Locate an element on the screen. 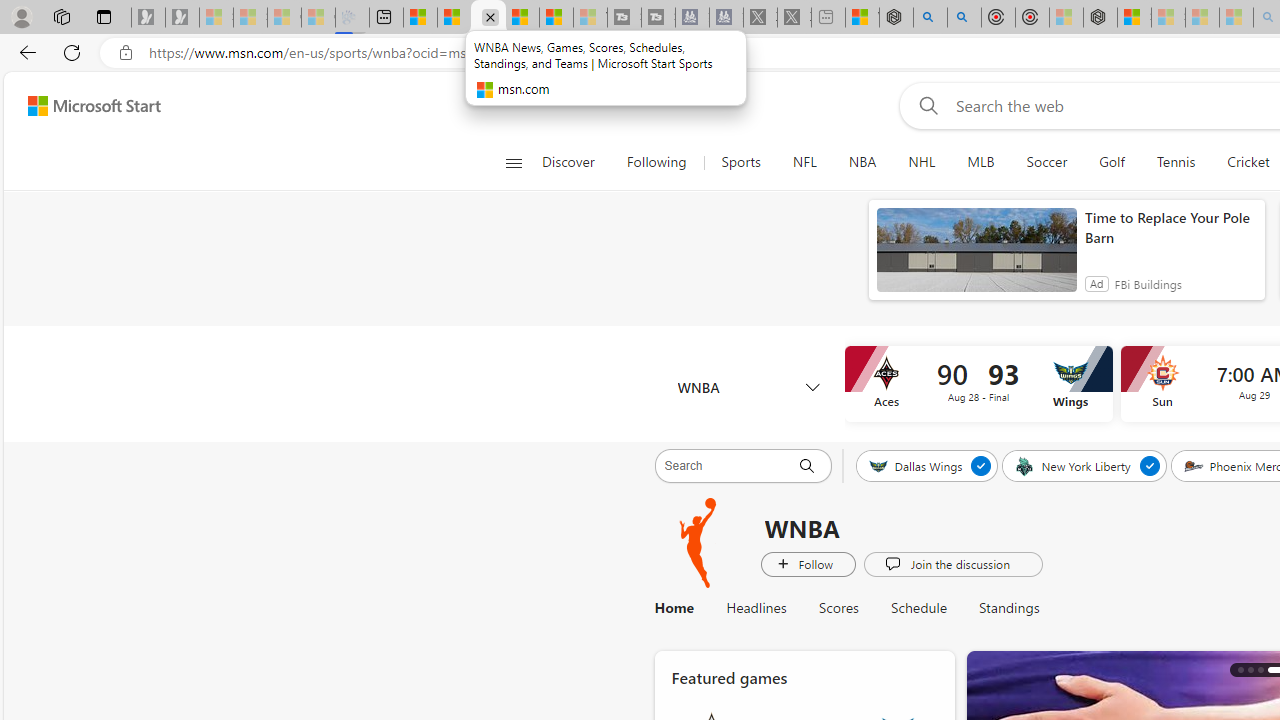 The width and height of the screenshot is (1280, 720). 'poe ++ standard - Search' is located at coordinates (964, 17).